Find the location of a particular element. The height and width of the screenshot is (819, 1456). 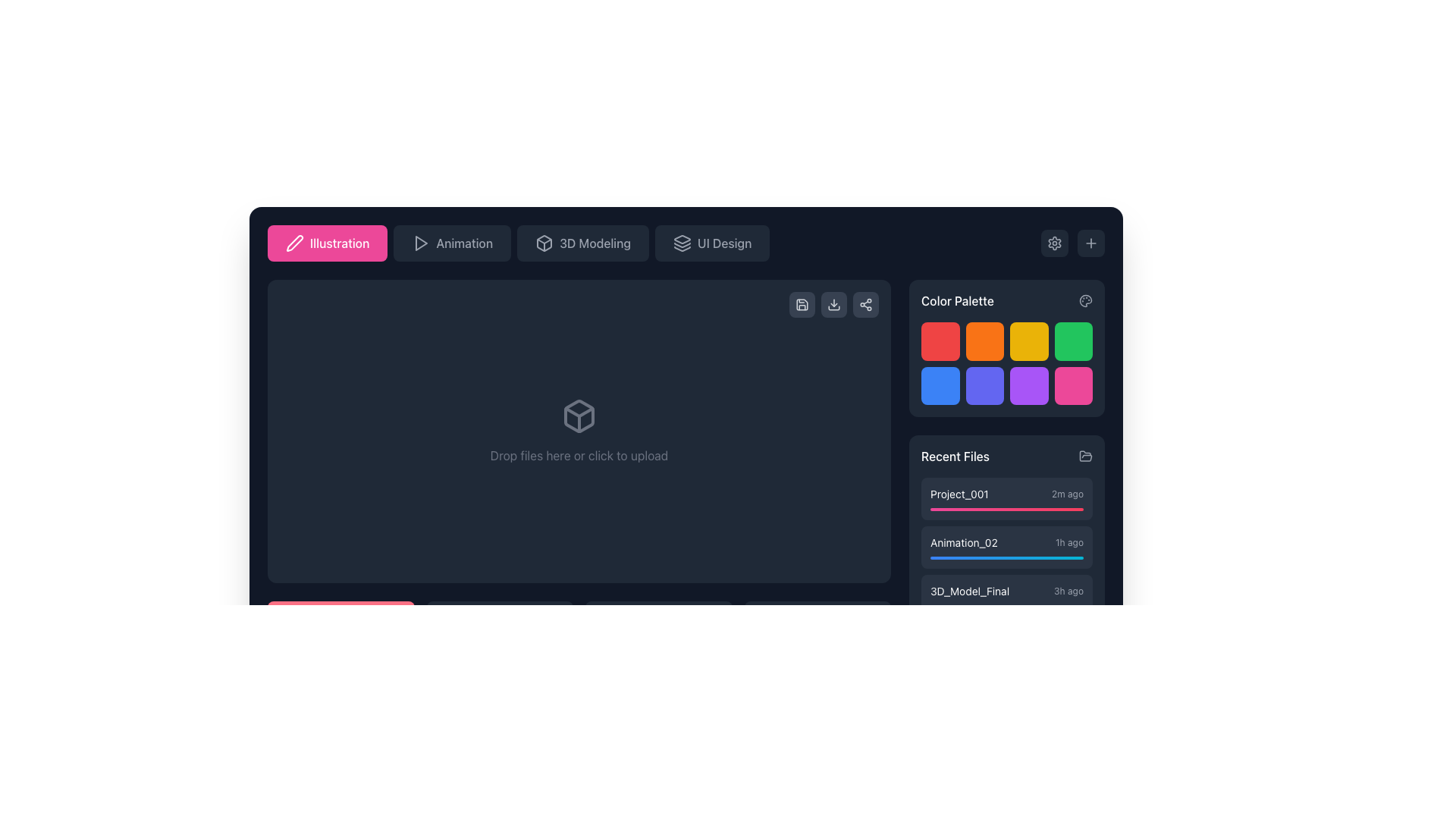

the SVG icon resembling a painter's palette located is located at coordinates (1084, 301).